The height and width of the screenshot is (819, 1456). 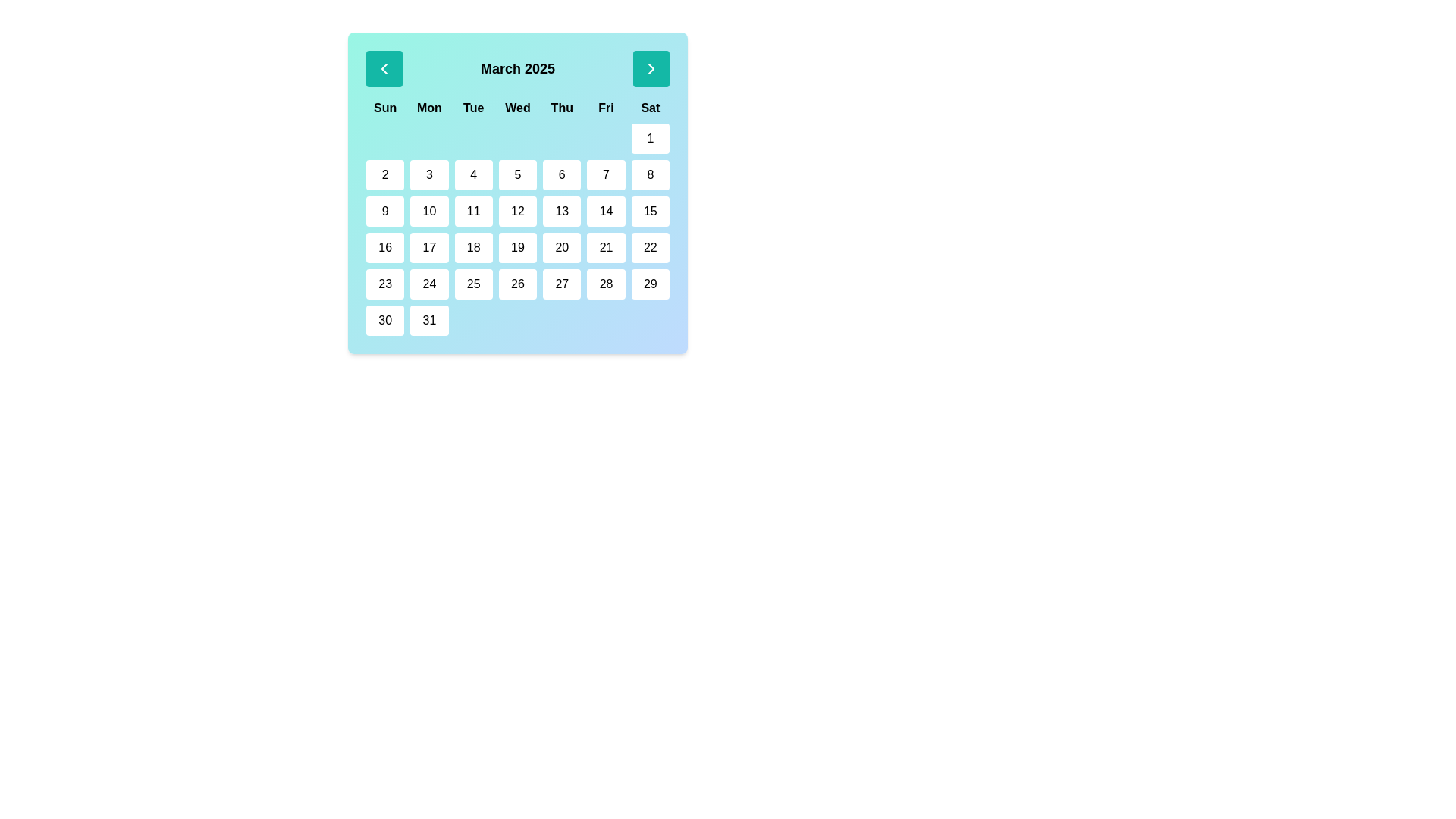 I want to click on the first date button in the calendar grid that represents the first day of the month under the 'Sat' header, so click(x=650, y=138).